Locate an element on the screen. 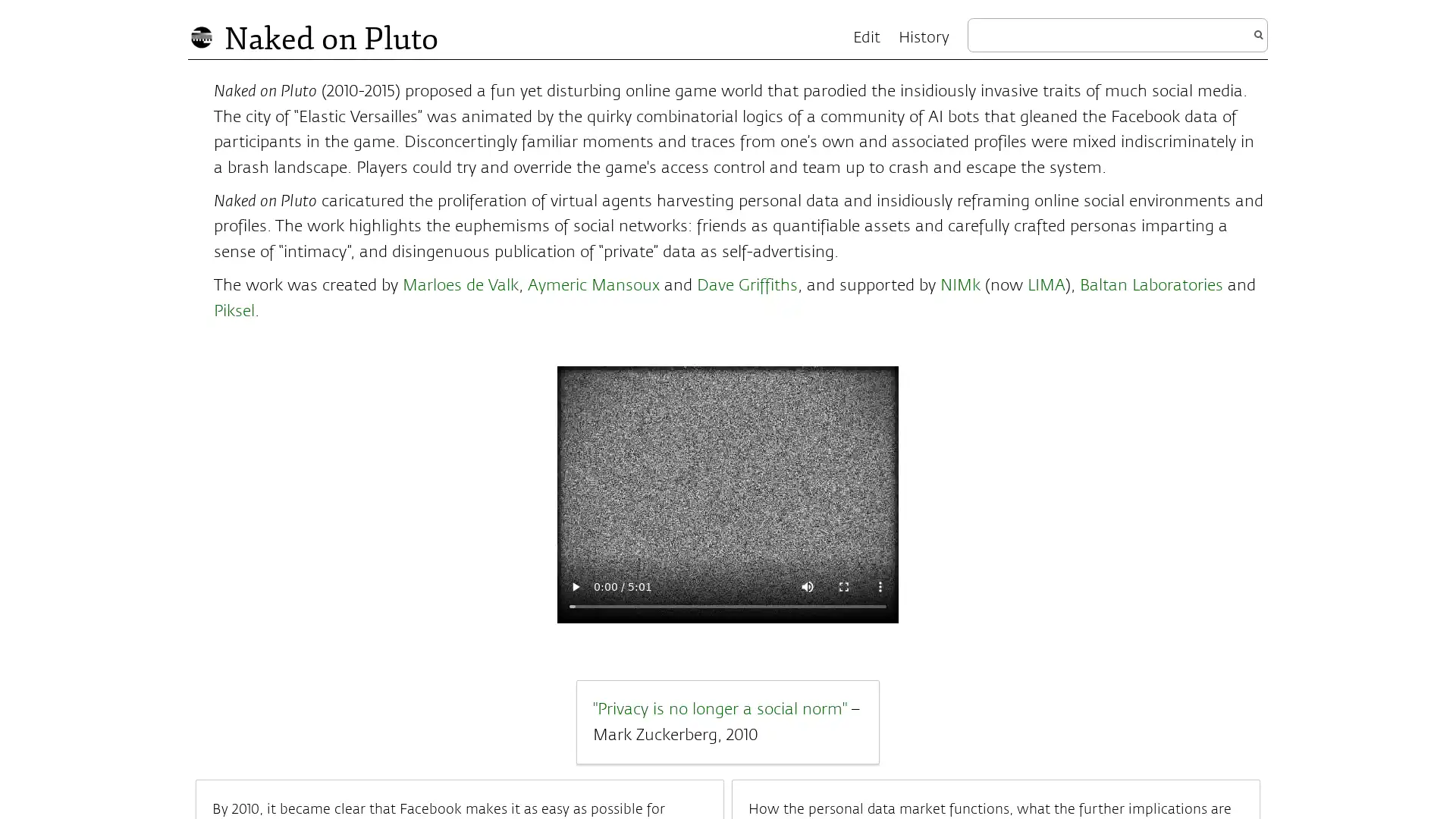 The height and width of the screenshot is (819, 1456). enter full screen is located at coordinates (843, 585).